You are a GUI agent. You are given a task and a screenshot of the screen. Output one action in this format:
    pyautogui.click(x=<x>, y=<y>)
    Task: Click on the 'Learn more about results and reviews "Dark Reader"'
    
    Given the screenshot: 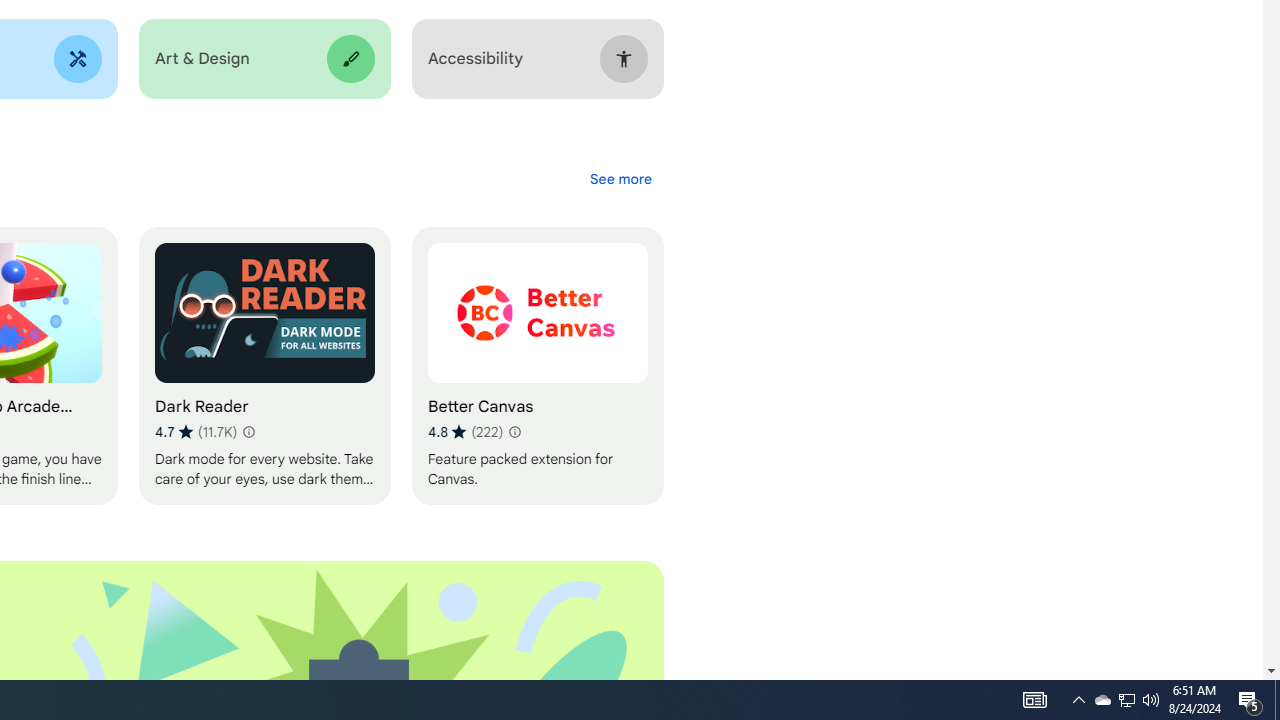 What is the action you would take?
    pyautogui.click(x=246, y=431)
    